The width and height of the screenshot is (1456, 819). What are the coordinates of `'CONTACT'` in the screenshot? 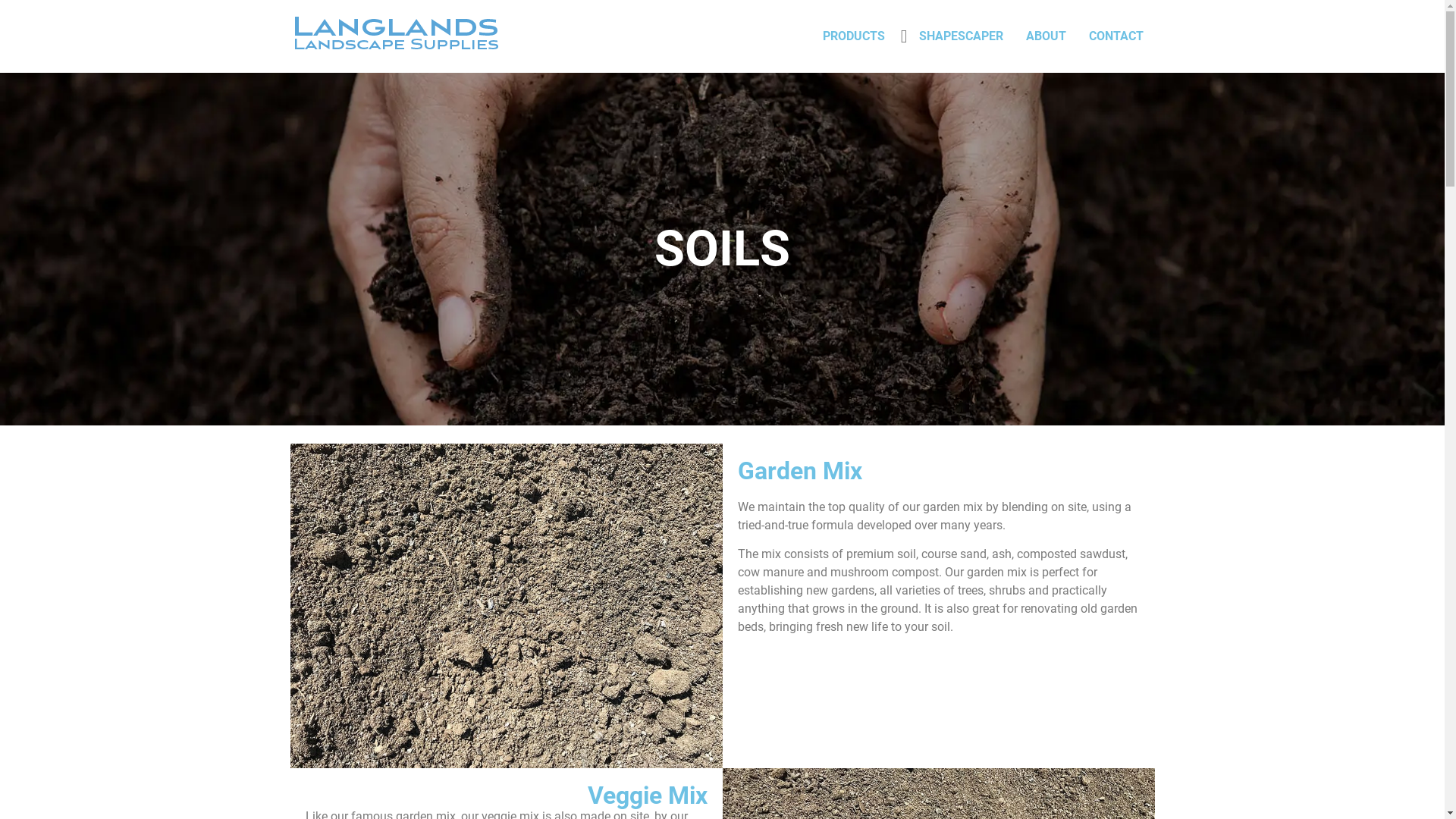 It's located at (1076, 35).